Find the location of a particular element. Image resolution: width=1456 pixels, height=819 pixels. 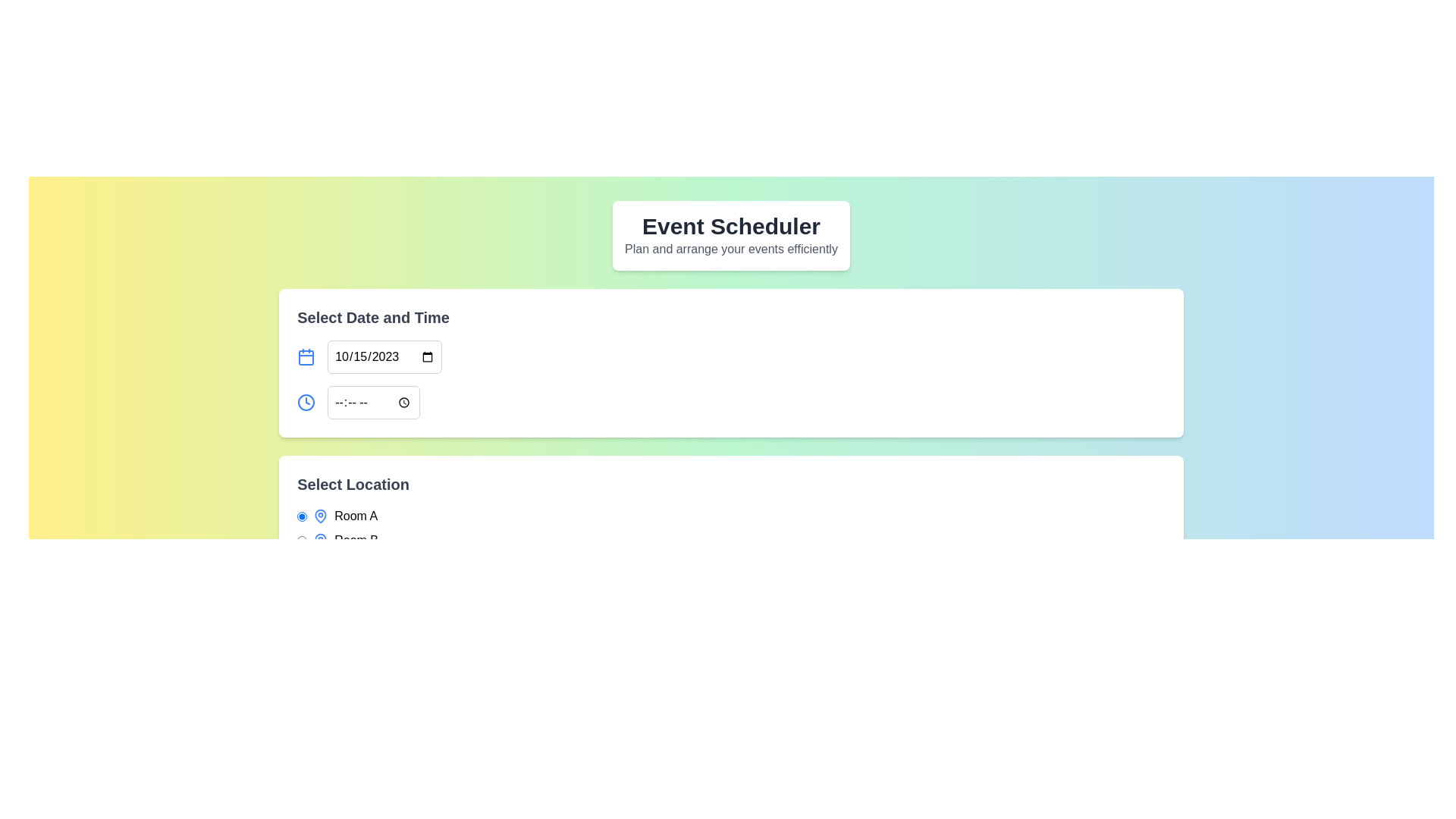

the text label indicating the name of a location is located at coordinates (355, 516).